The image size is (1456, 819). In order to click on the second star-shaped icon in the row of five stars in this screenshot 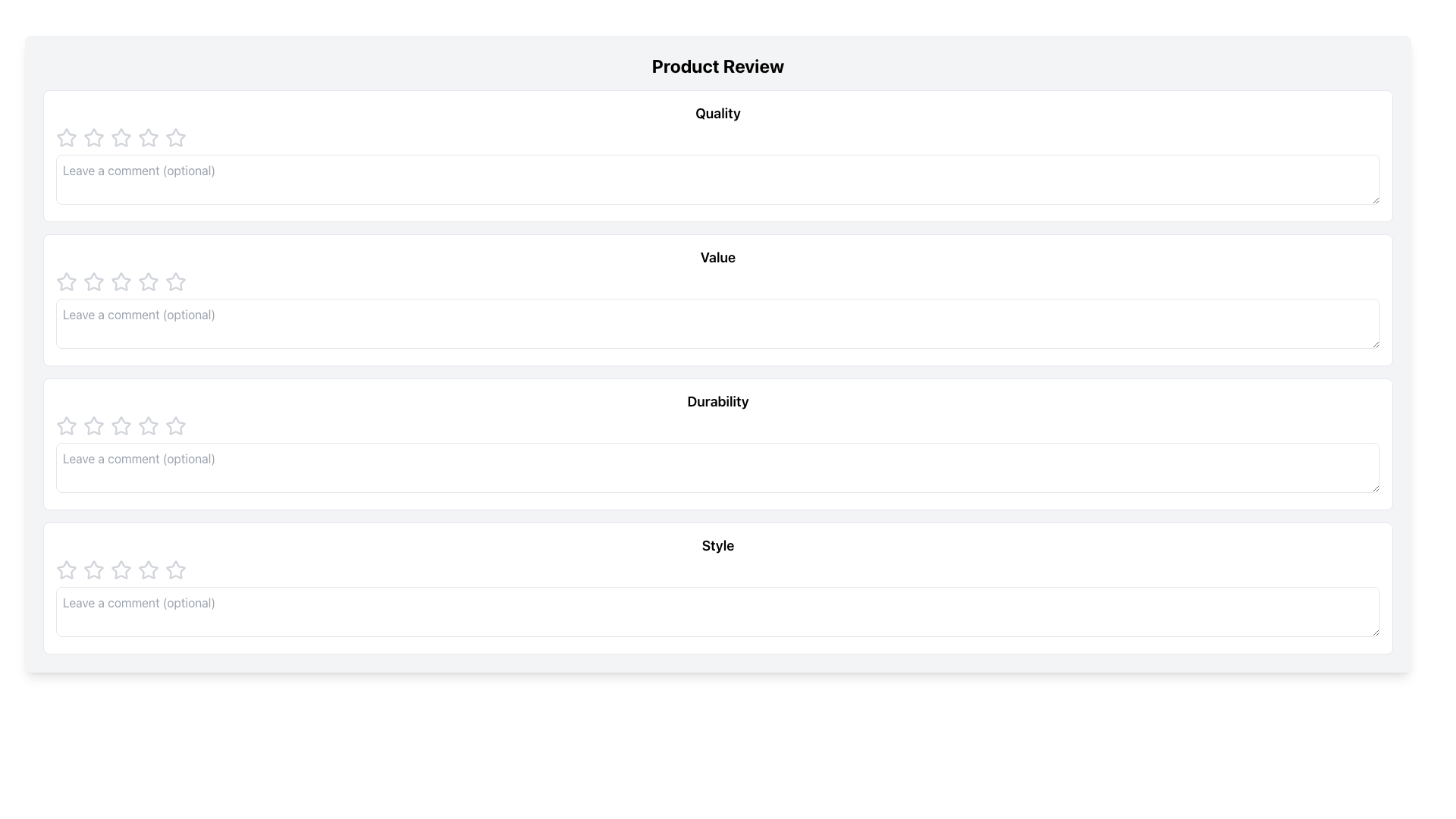, I will do `click(120, 281)`.